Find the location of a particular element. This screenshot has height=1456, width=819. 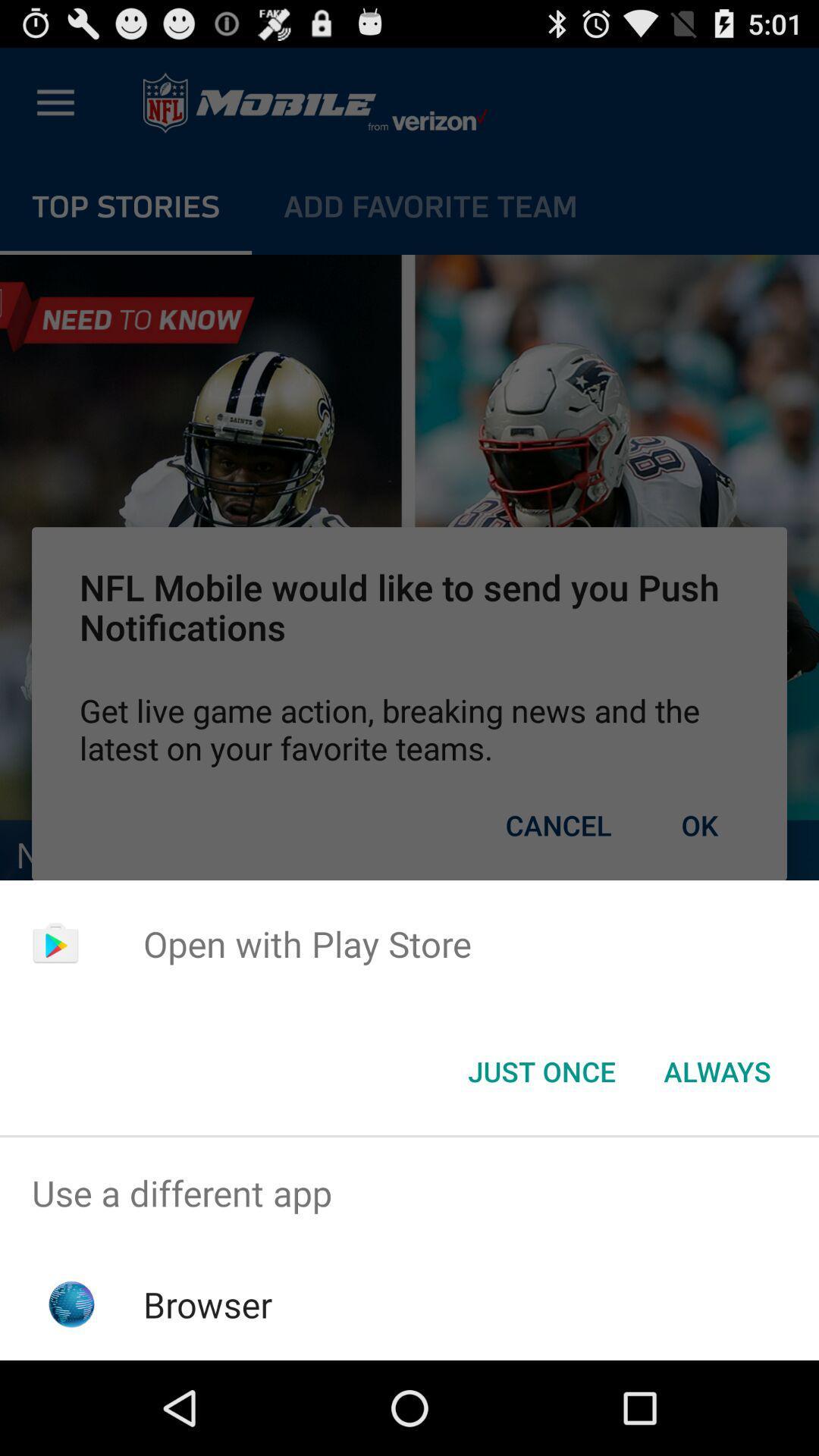

icon next to the just once button is located at coordinates (717, 1070).